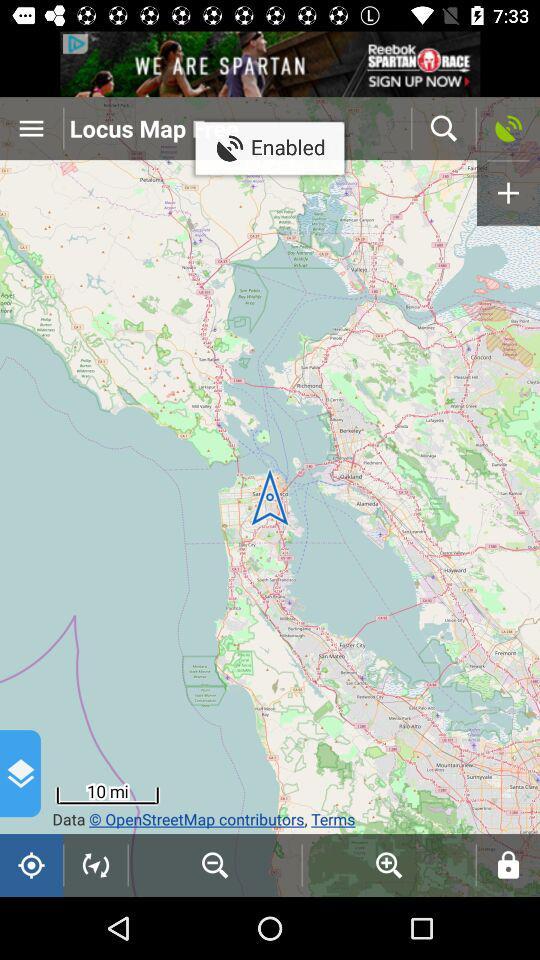 This screenshot has height=960, width=540. What do you see at coordinates (508, 864) in the screenshot?
I see `the lock icon` at bounding box center [508, 864].